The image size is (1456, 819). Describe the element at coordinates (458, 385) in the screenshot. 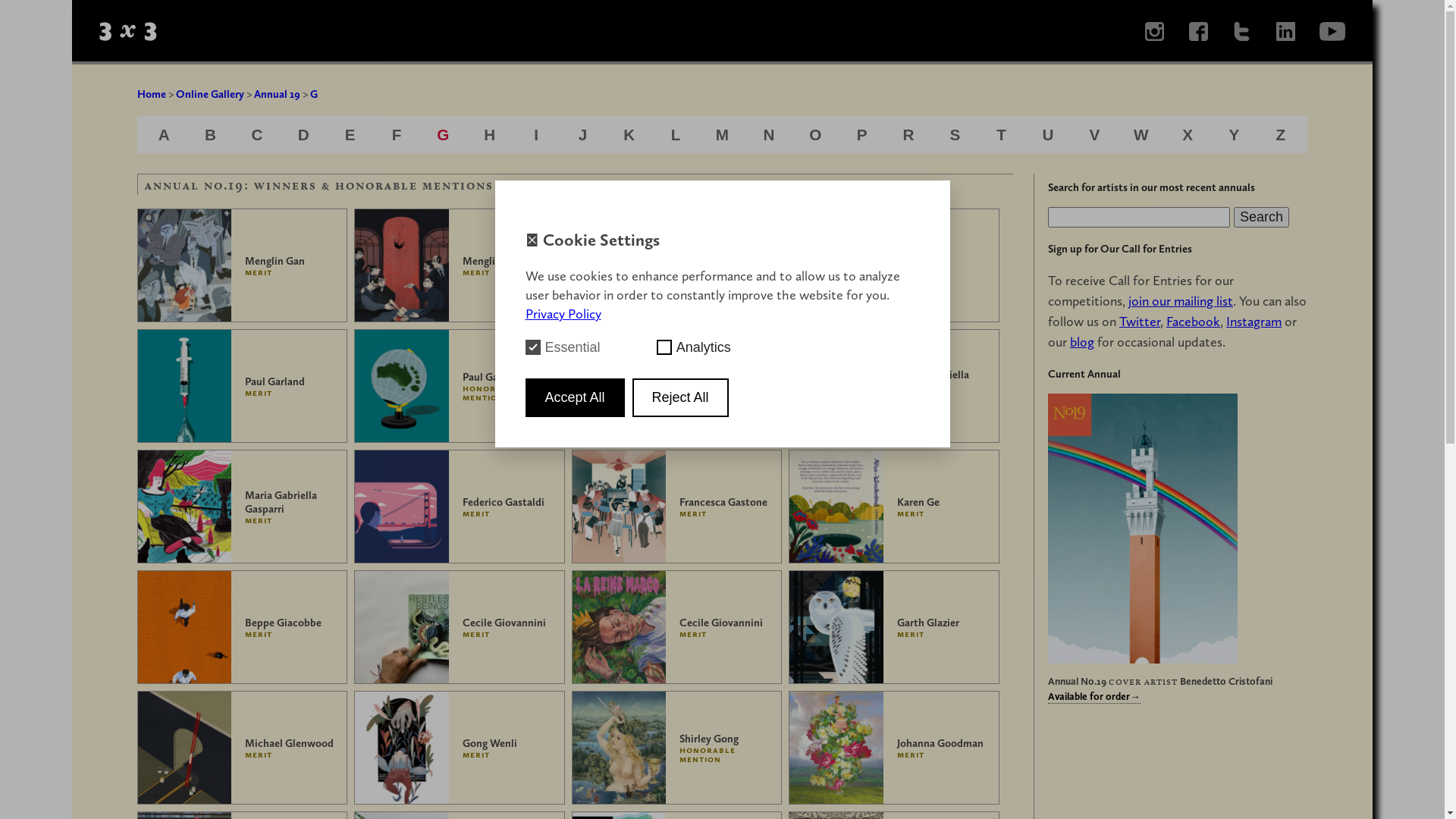

I see `'Paul Garland` at that location.